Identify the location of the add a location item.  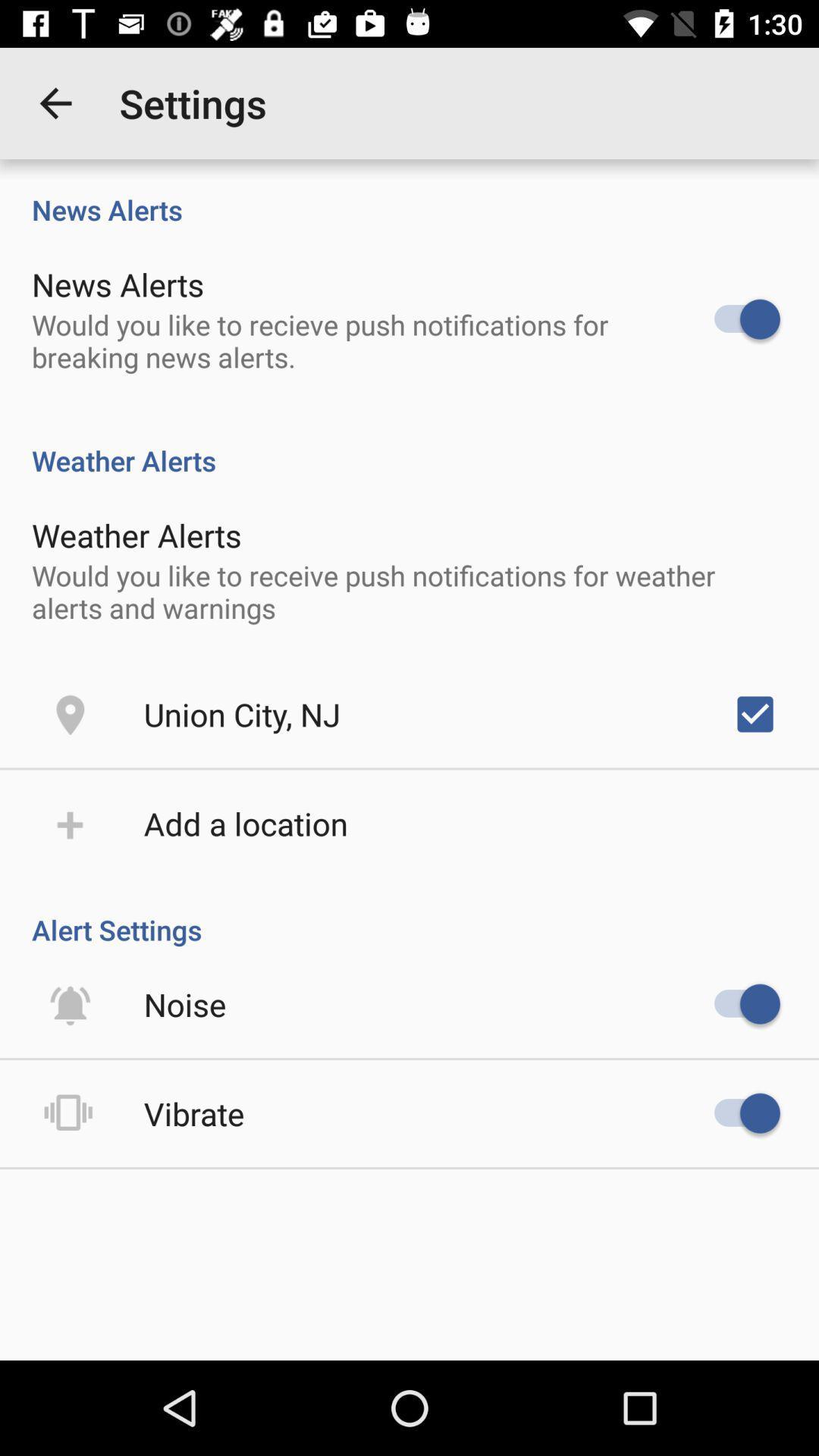
(245, 822).